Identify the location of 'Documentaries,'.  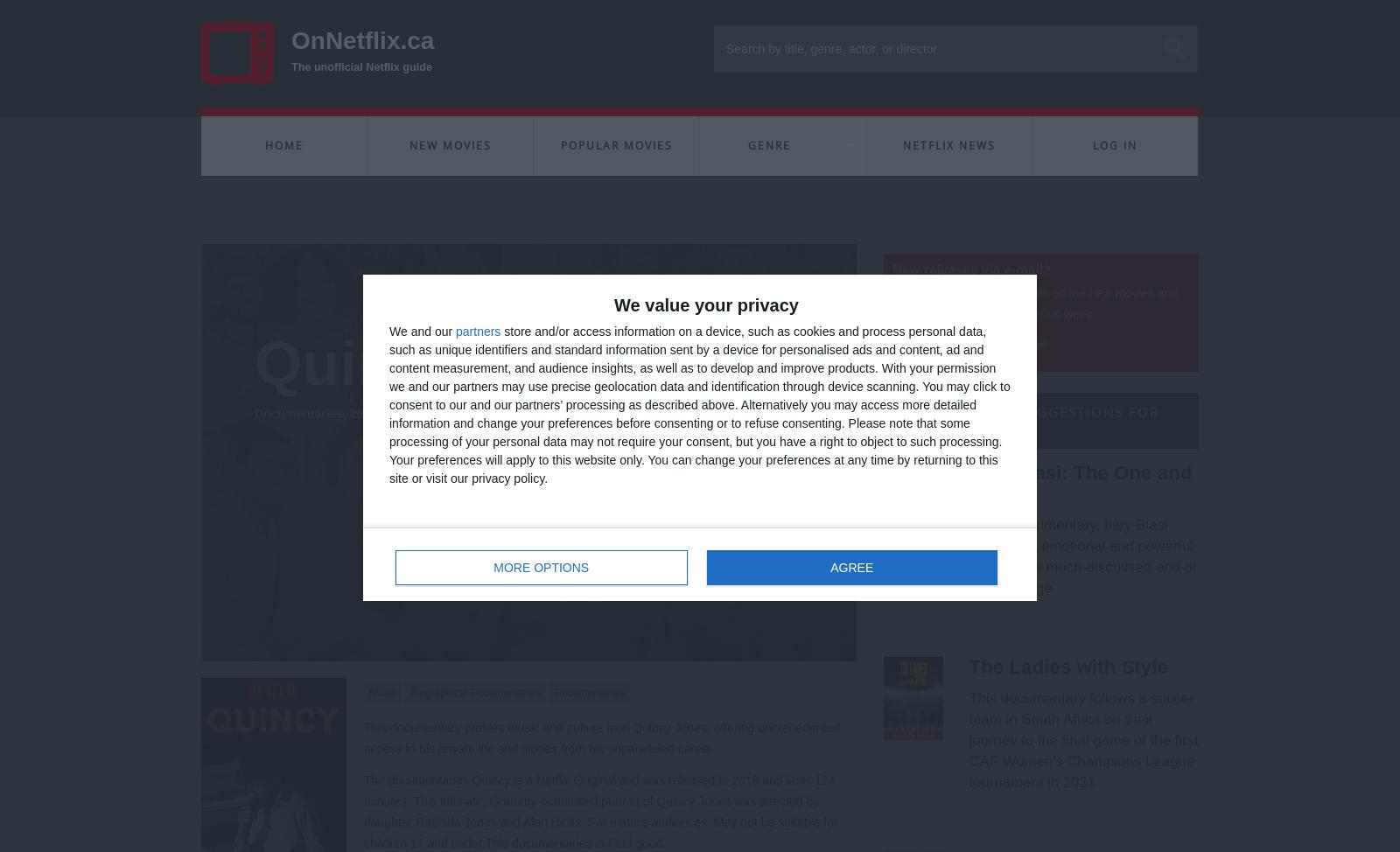
(301, 412).